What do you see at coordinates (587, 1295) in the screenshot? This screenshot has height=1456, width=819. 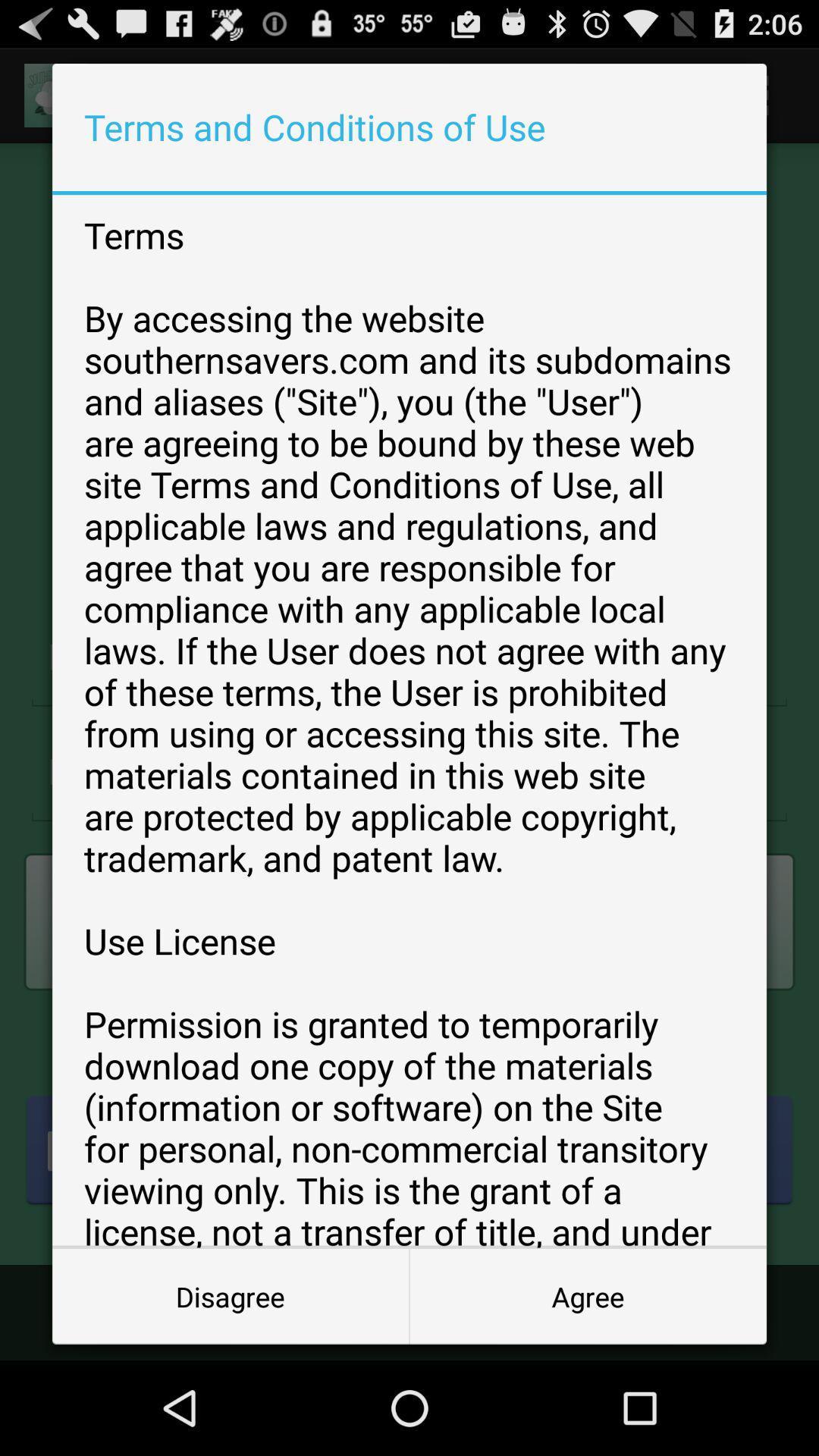 I see `the agree icon` at bounding box center [587, 1295].